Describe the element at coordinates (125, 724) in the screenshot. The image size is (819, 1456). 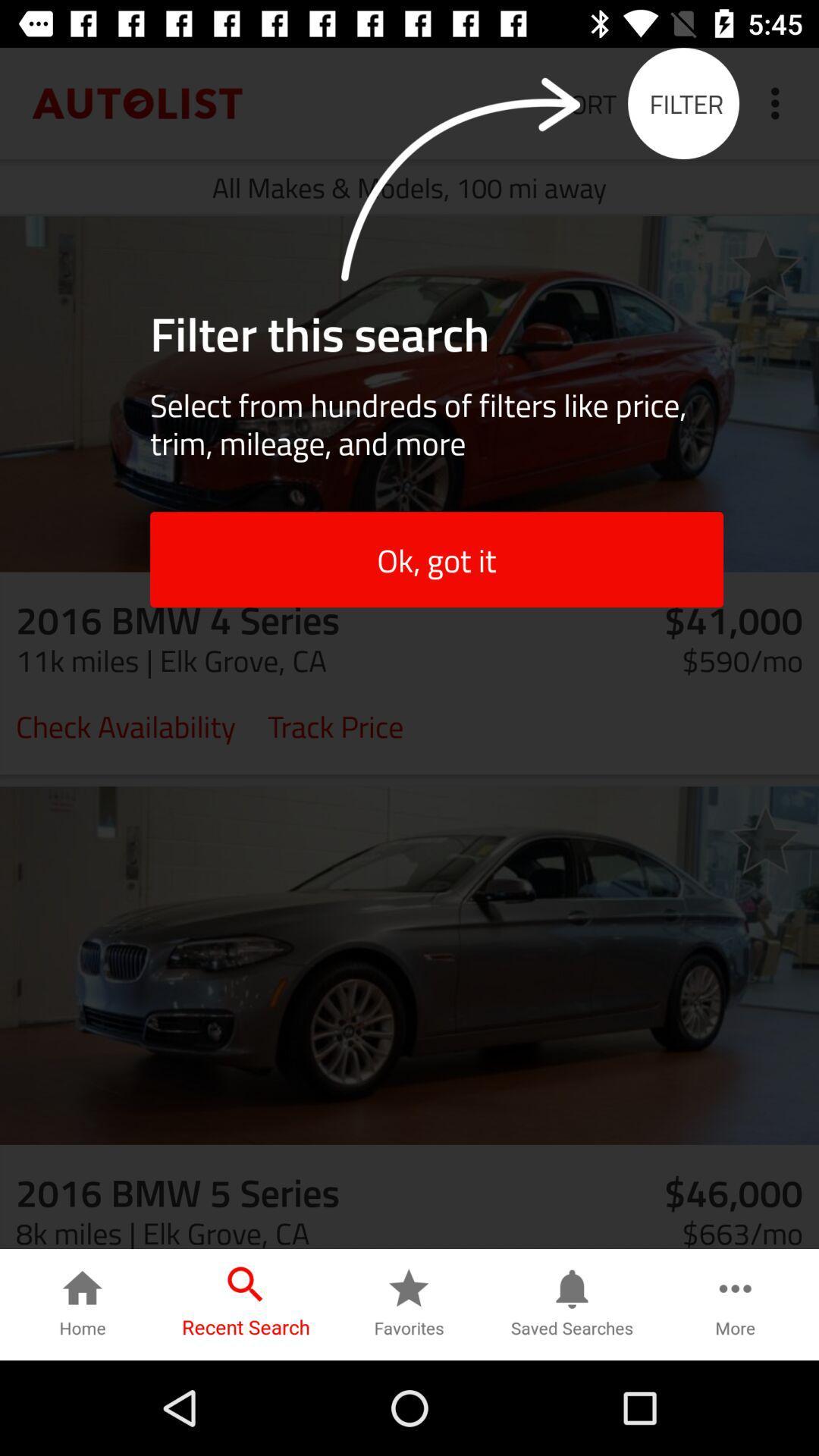
I see `check availability item` at that location.